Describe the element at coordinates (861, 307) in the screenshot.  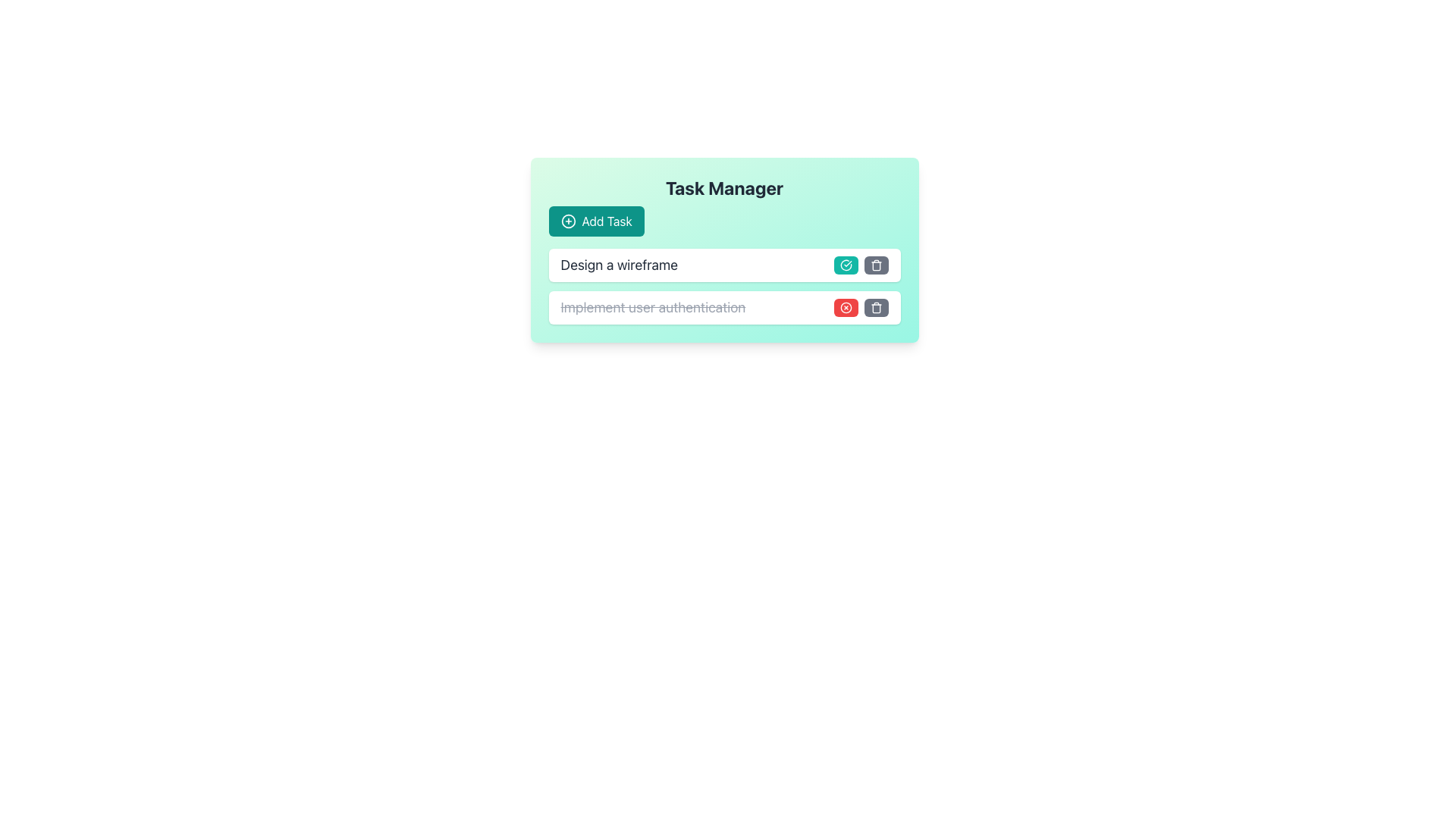
I see `the left button of the Button Group, which has a red background and white border, to undo or reject the task's completion for 'Implement user authentication'` at that location.